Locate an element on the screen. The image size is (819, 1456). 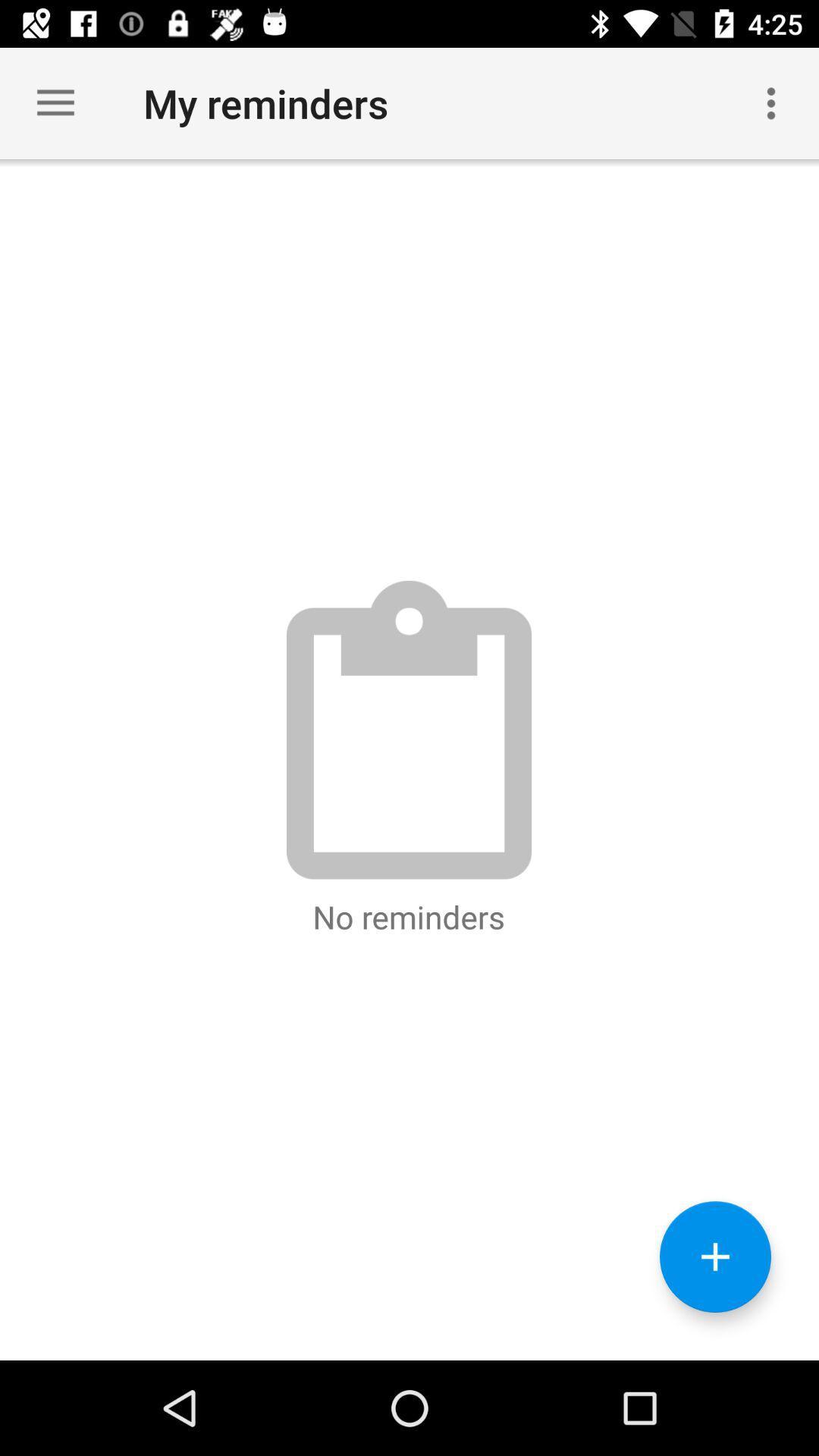
the icon next to my reminders item is located at coordinates (771, 102).